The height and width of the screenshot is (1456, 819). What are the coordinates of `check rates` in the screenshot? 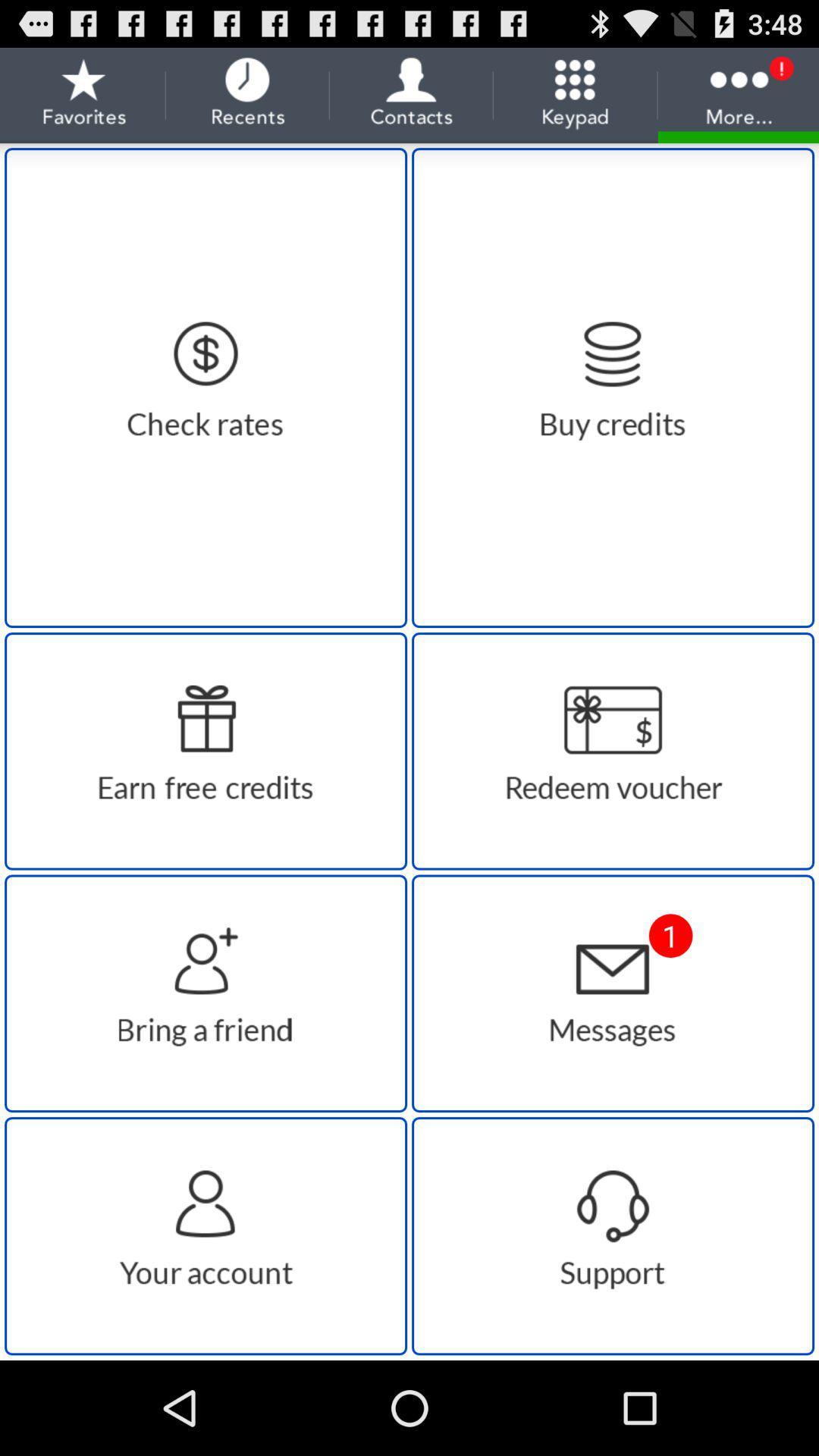 It's located at (206, 388).